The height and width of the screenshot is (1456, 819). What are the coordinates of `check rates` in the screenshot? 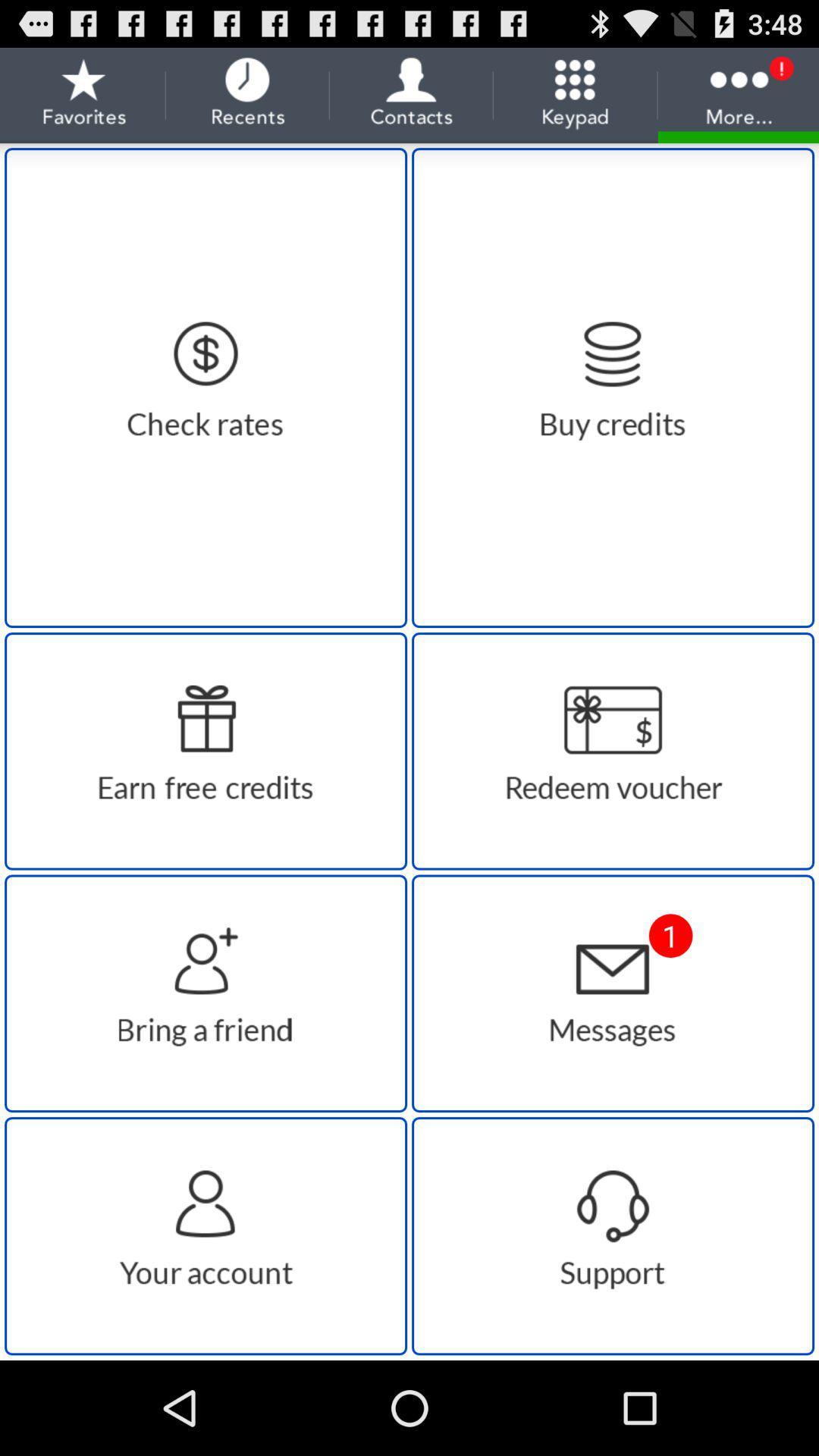 It's located at (206, 388).